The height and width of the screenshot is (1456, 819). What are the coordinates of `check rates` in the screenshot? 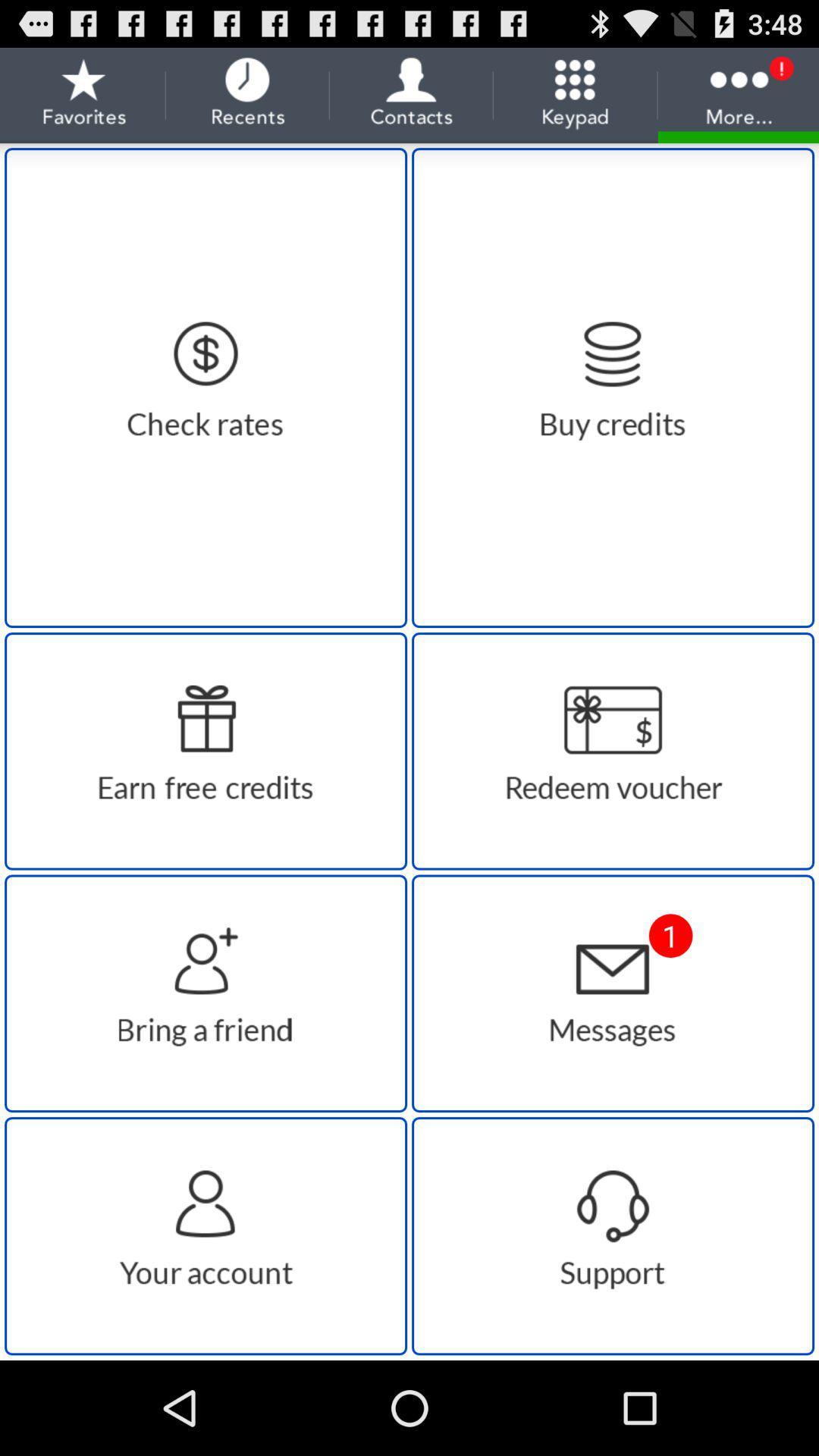 It's located at (206, 388).